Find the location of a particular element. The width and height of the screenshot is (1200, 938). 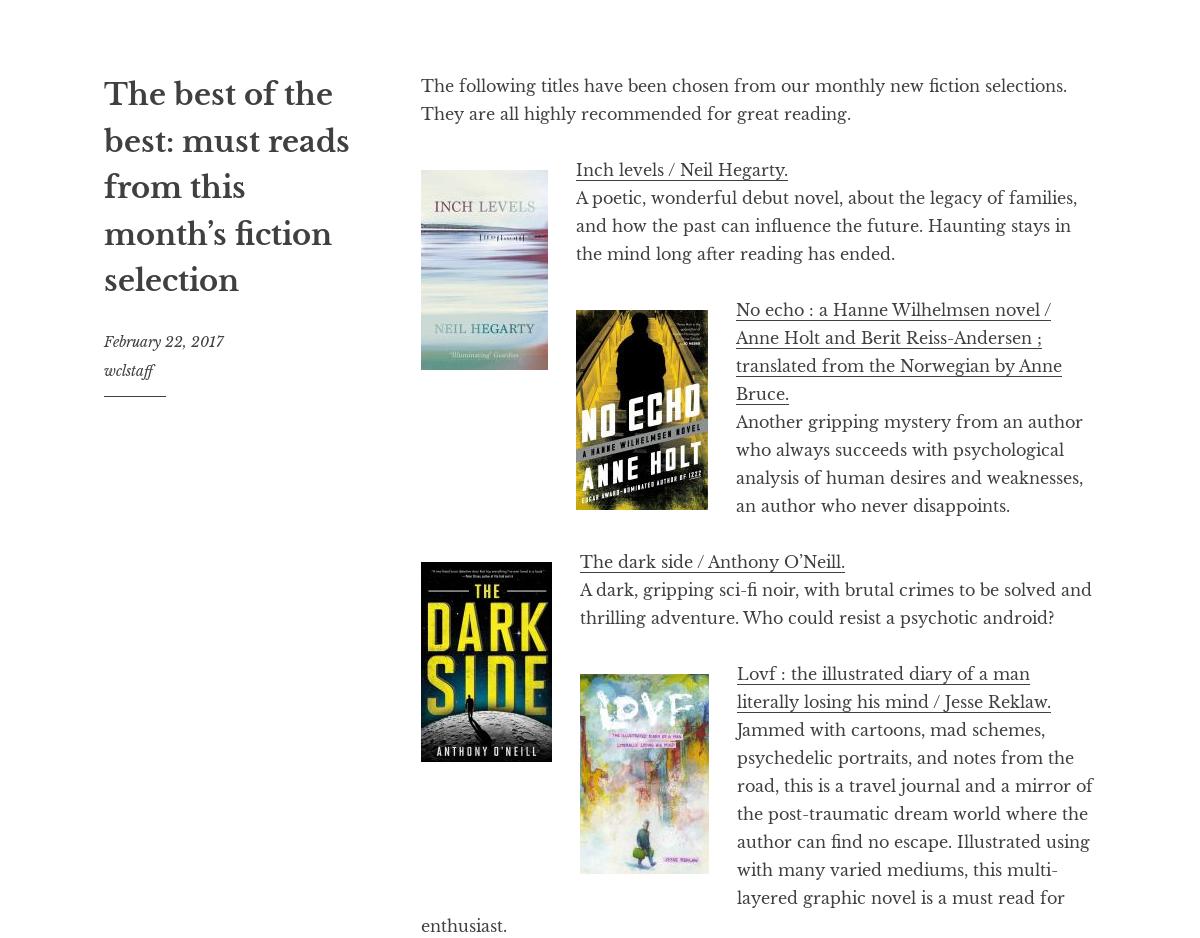

'Inch levels / Neil Hegarty.' is located at coordinates (681, 168).